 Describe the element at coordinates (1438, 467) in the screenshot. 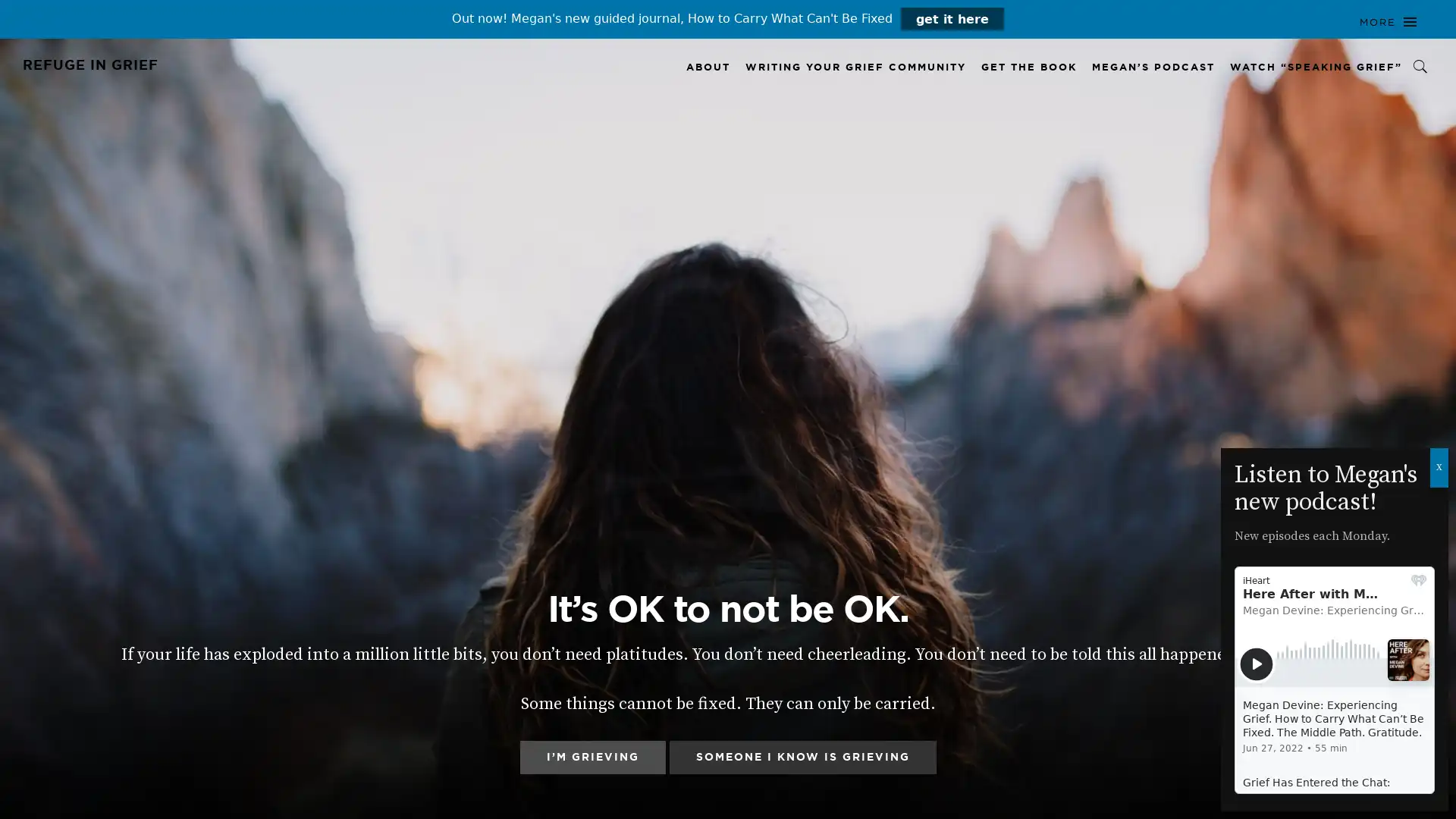

I see `Close` at that location.